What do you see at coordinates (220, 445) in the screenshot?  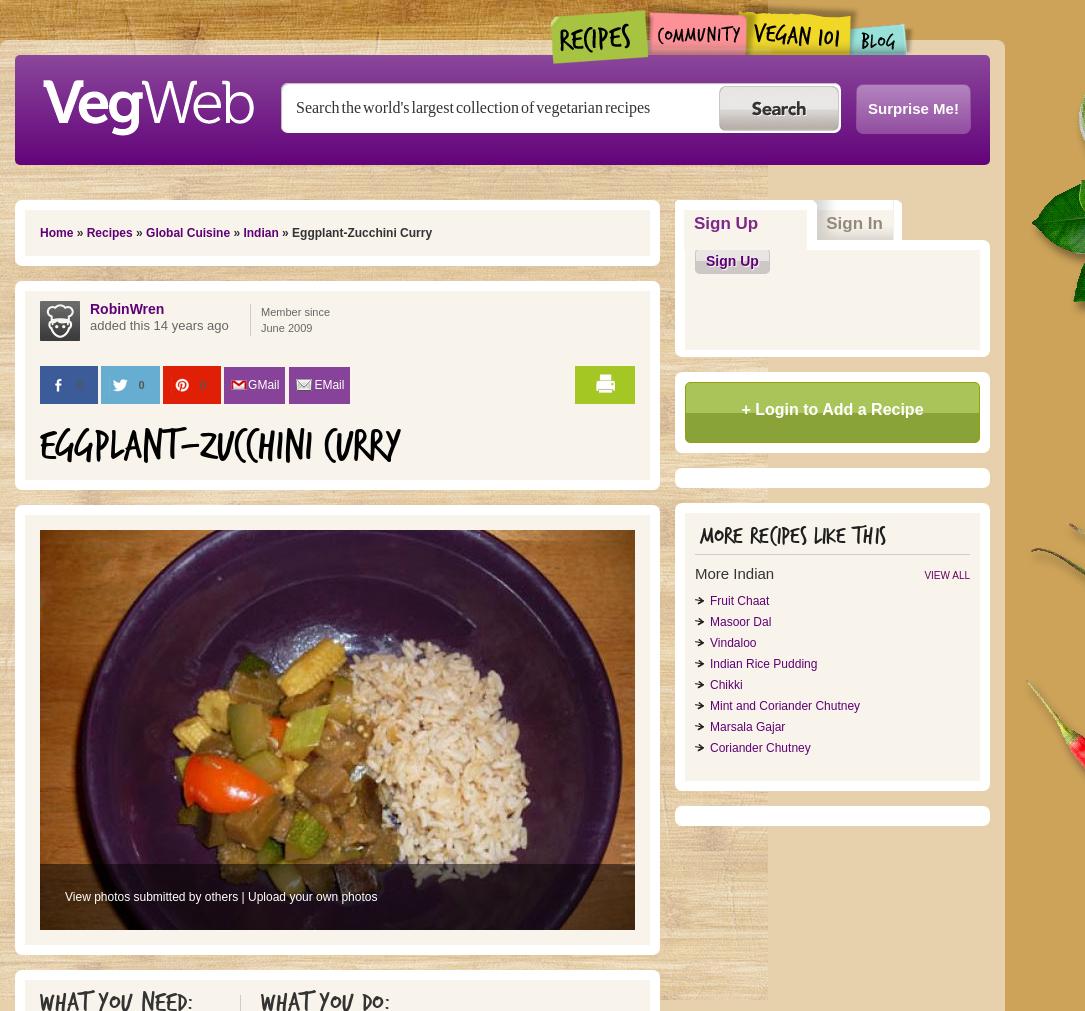 I see `'Eggplant-Zucchini Curry'` at bounding box center [220, 445].